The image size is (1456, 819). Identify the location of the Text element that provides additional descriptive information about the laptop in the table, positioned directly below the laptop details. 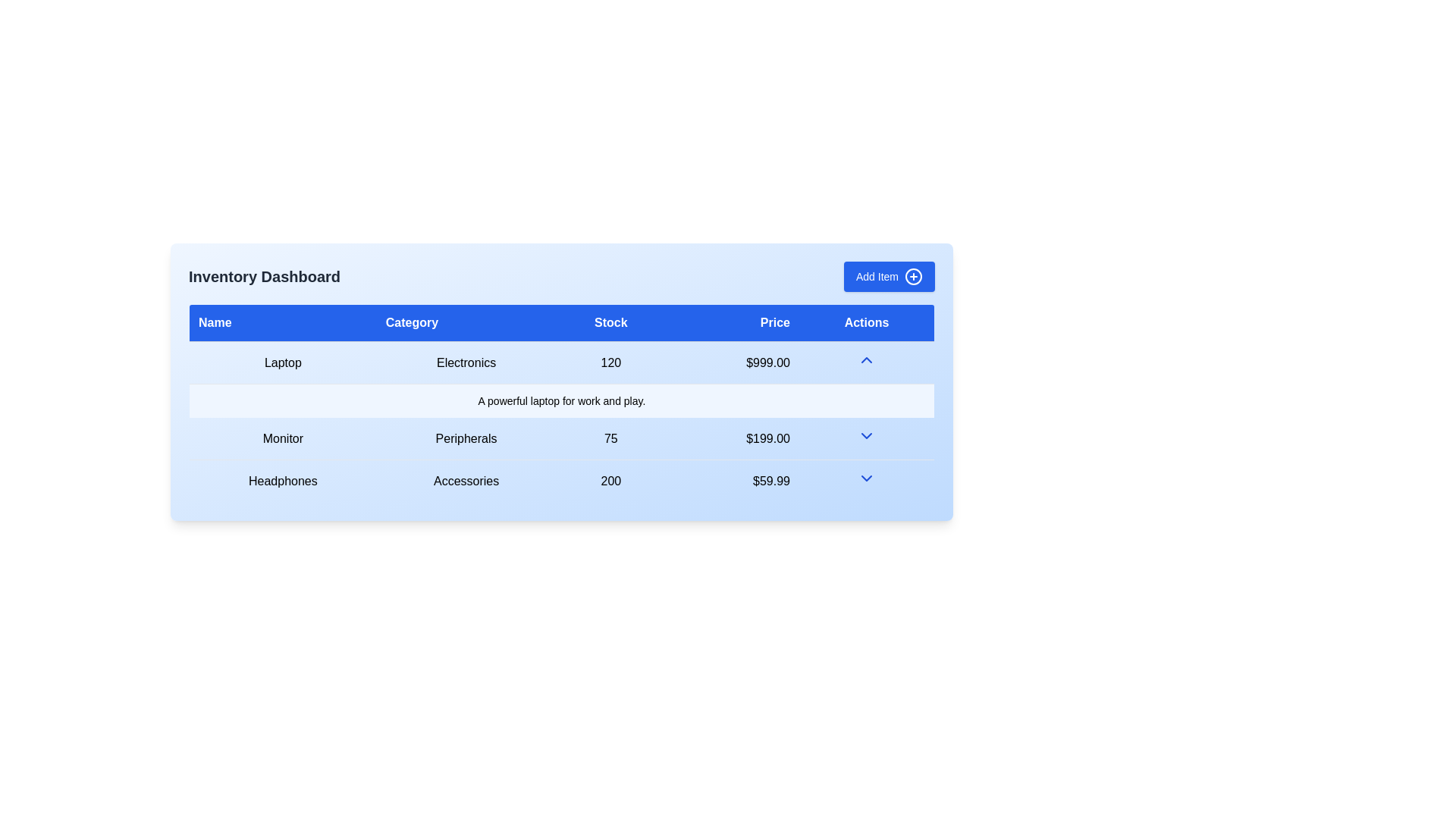
(560, 400).